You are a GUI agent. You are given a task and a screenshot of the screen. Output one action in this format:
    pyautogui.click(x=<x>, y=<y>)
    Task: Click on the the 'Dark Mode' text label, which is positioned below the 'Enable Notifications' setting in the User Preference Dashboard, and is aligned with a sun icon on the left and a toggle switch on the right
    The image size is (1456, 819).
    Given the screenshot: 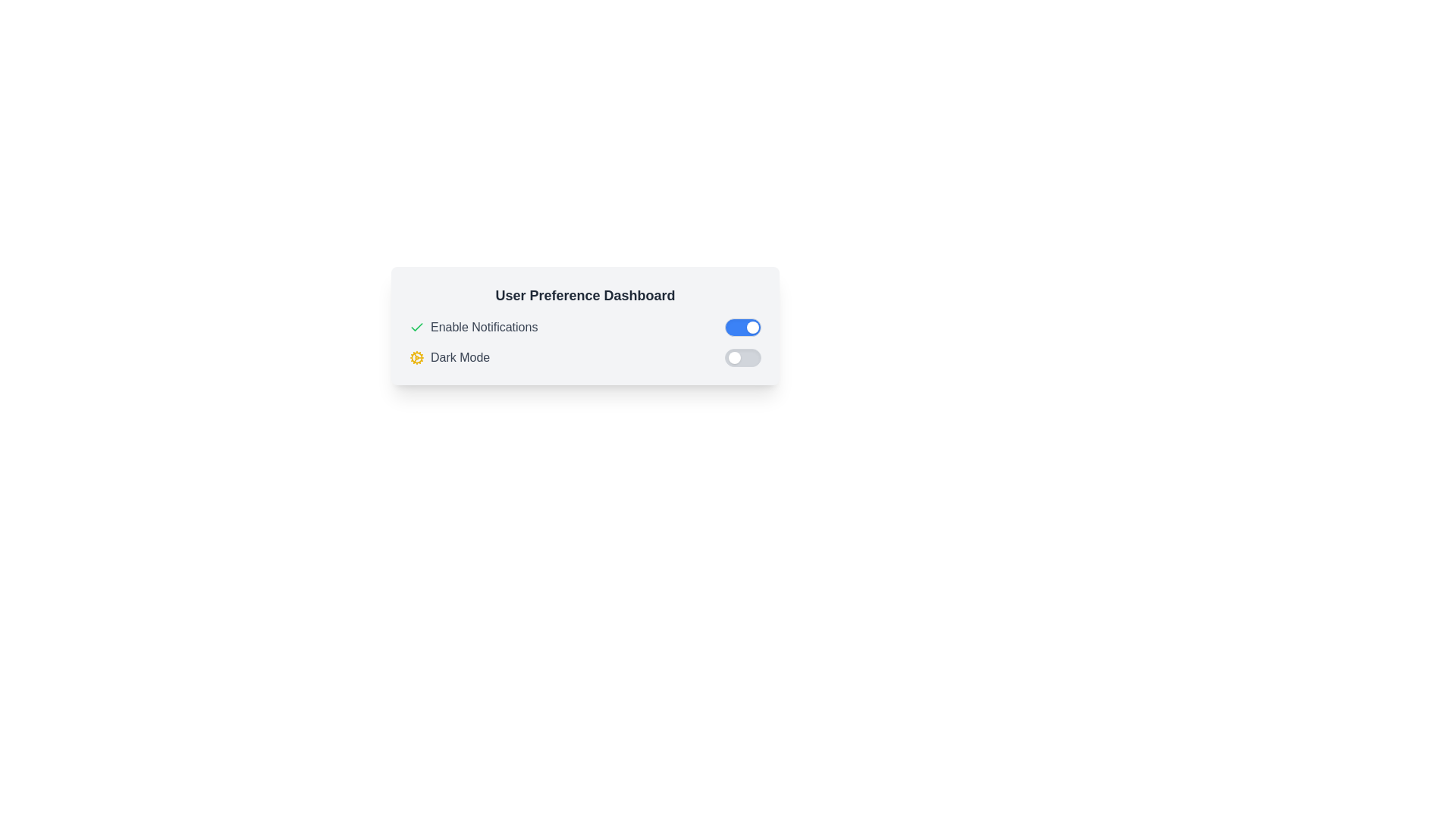 What is the action you would take?
    pyautogui.click(x=460, y=357)
    